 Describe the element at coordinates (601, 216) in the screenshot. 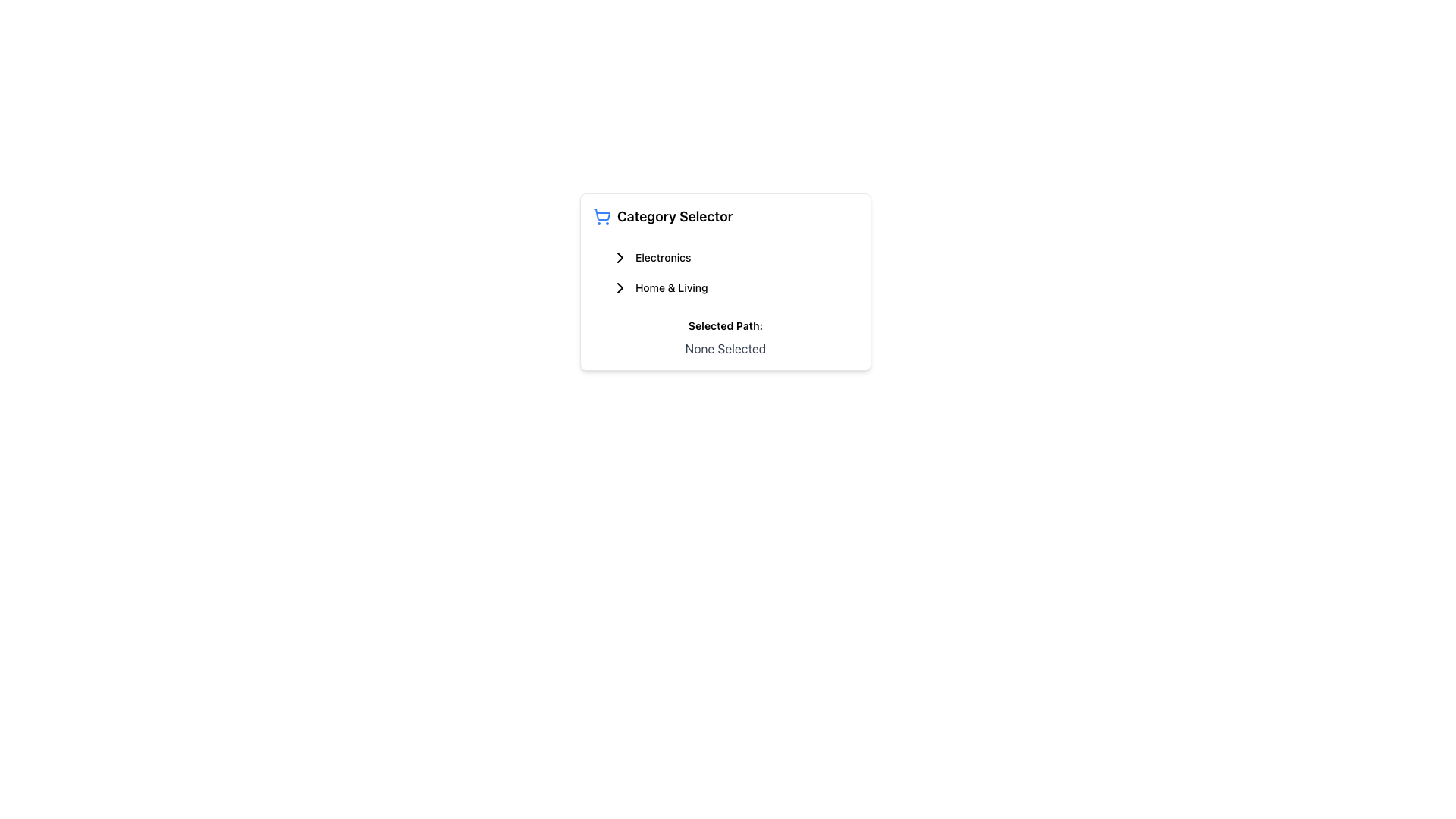

I see `the blue shopping cart icon located to the left of the 'Category Selector' title` at that location.